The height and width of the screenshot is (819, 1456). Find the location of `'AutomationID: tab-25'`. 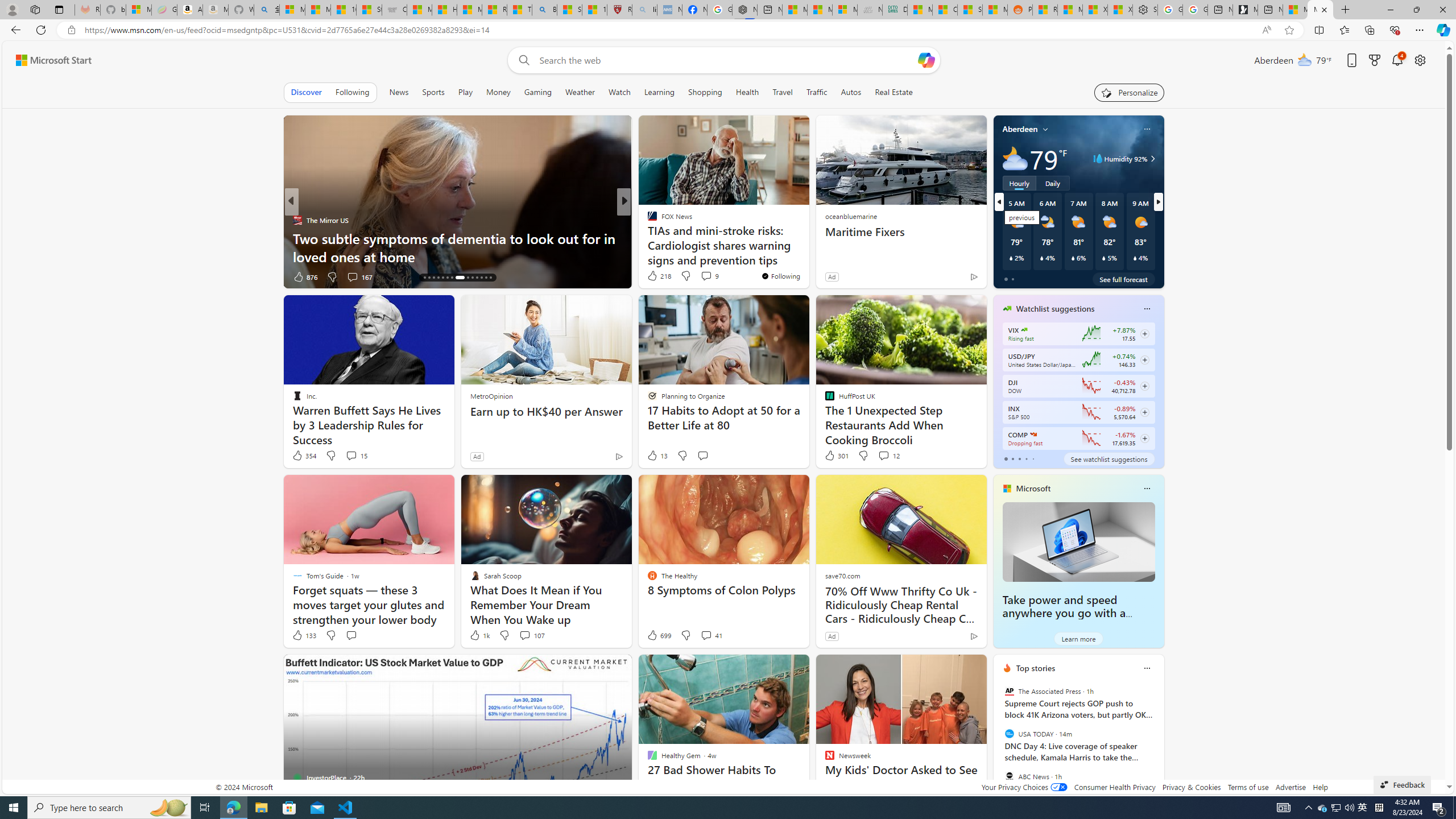

'AutomationID: tab-25' is located at coordinates (476, 277).